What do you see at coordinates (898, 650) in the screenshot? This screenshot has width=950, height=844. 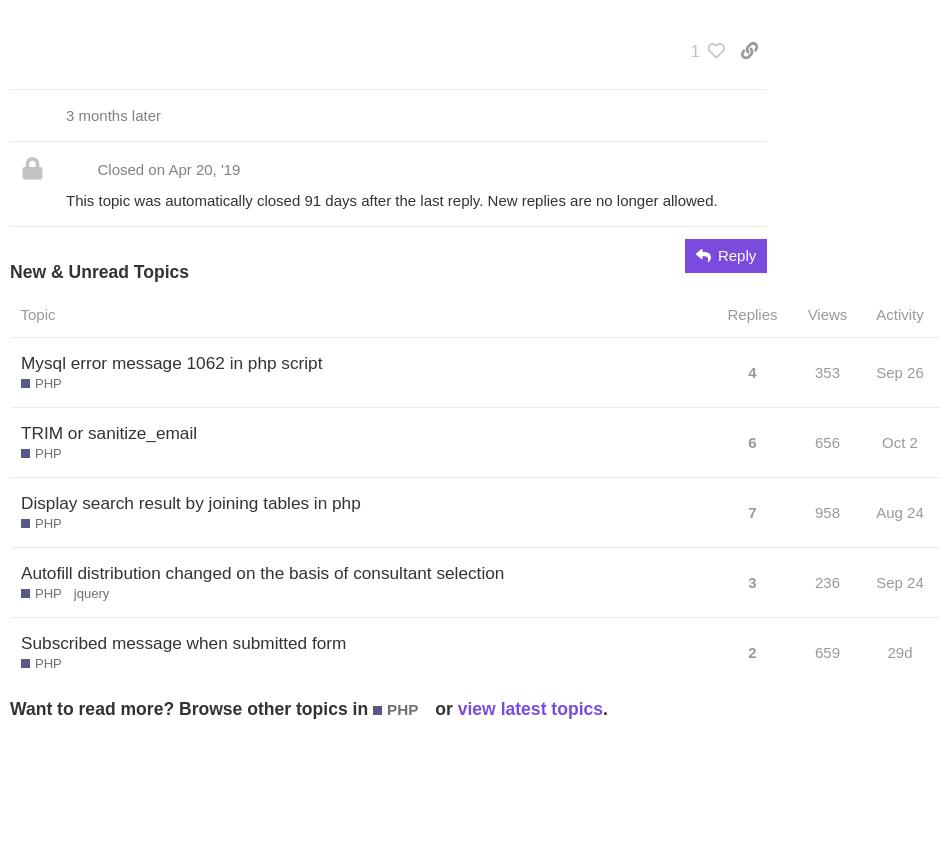 I see `'29d'` at bounding box center [898, 650].